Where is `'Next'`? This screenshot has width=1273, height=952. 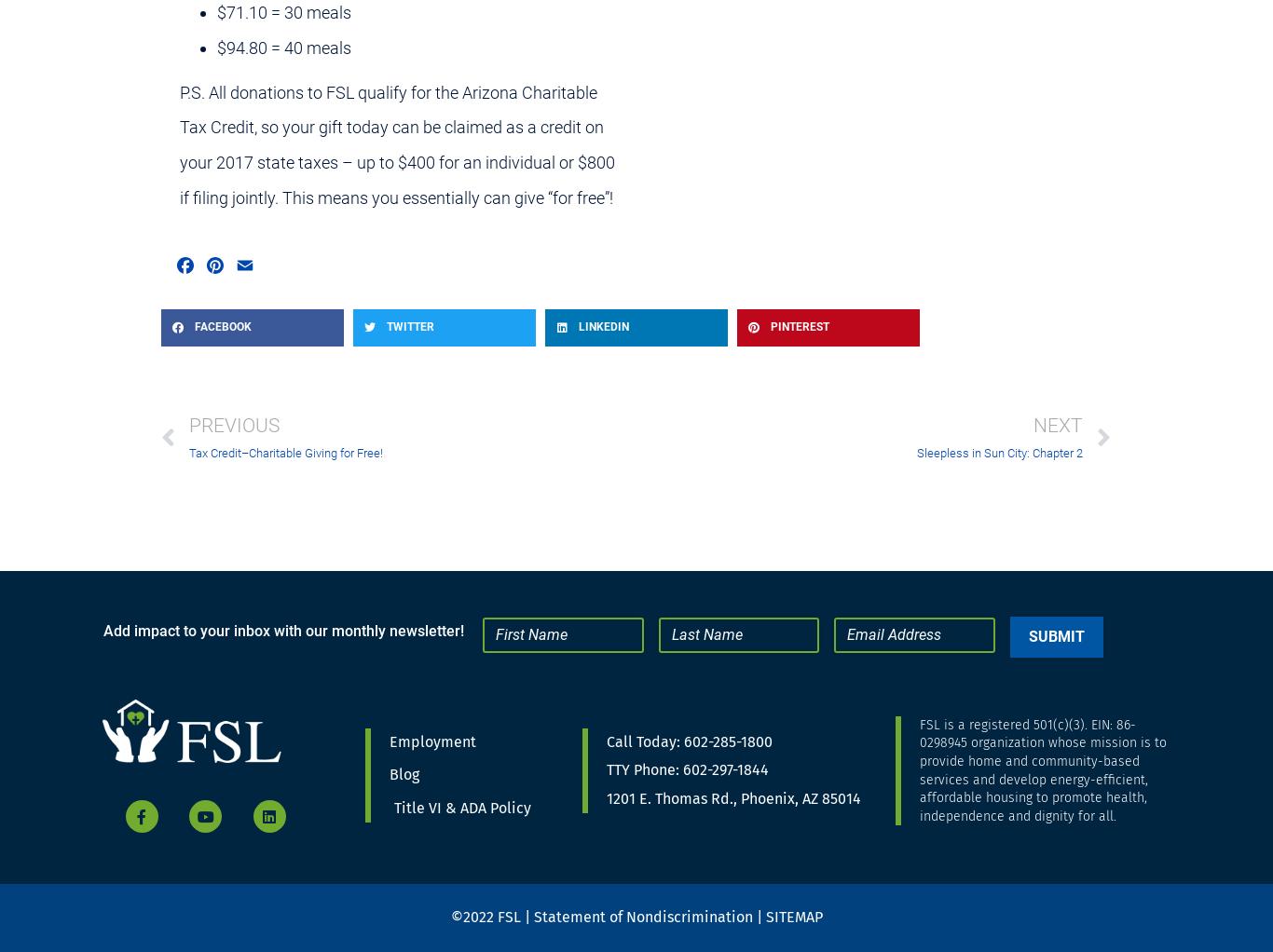 'Next' is located at coordinates (1057, 424).